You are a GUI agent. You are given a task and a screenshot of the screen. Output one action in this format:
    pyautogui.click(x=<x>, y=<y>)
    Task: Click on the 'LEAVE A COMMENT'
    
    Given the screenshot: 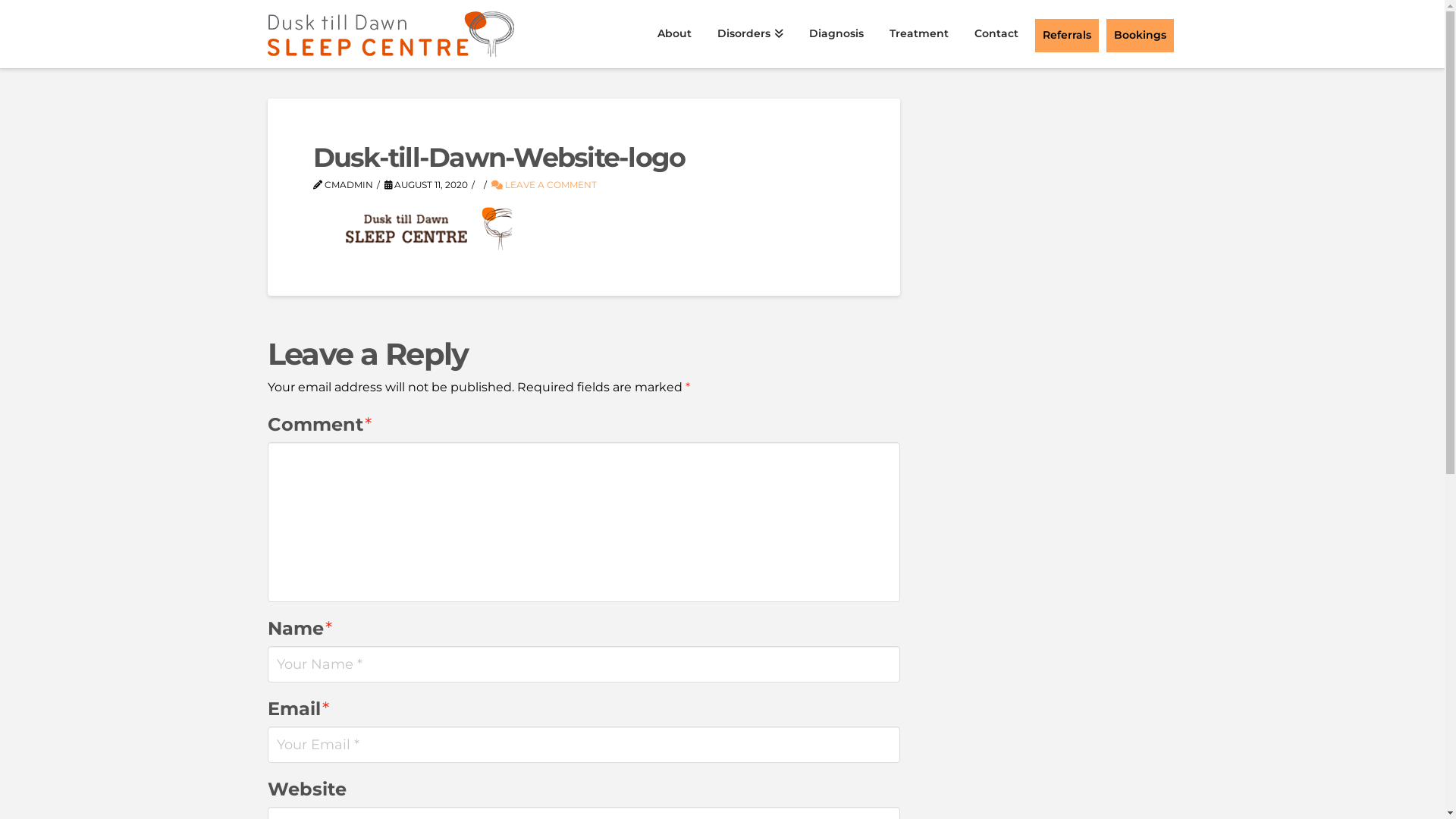 What is the action you would take?
    pyautogui.click(x=544, y=184)
    